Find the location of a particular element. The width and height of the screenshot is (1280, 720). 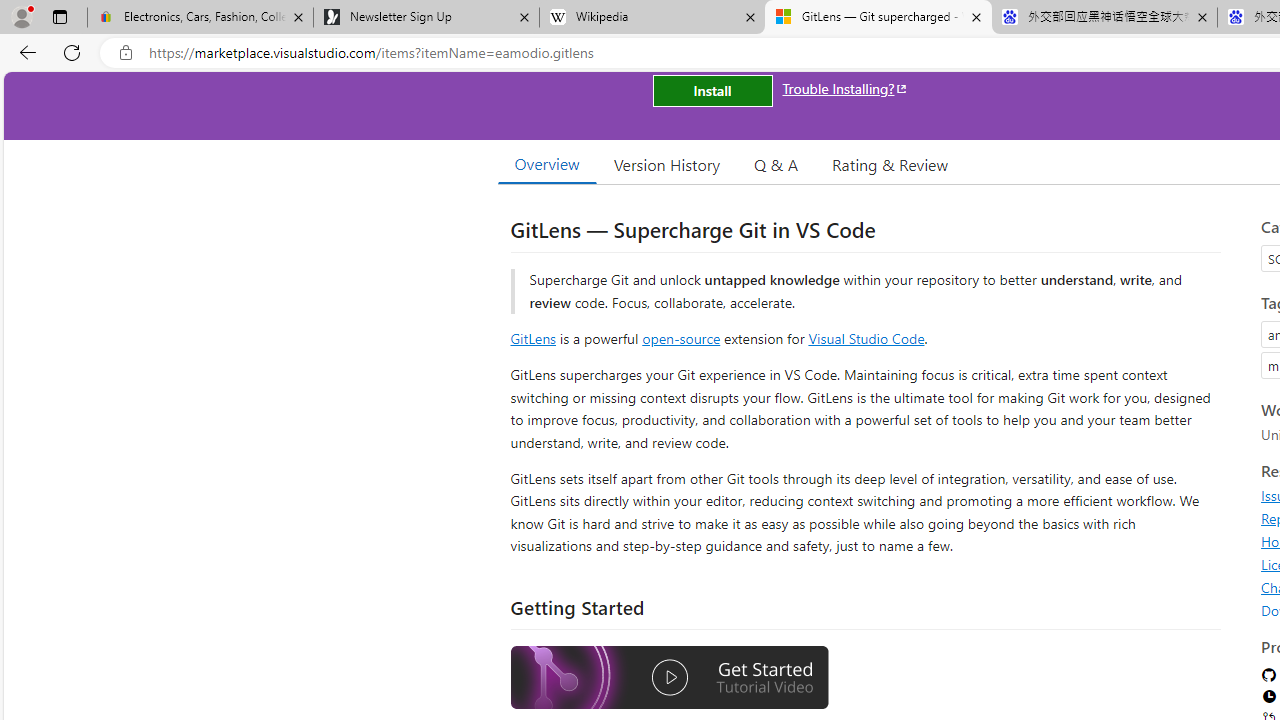

'open-source' is located at coordinates (681, 337).